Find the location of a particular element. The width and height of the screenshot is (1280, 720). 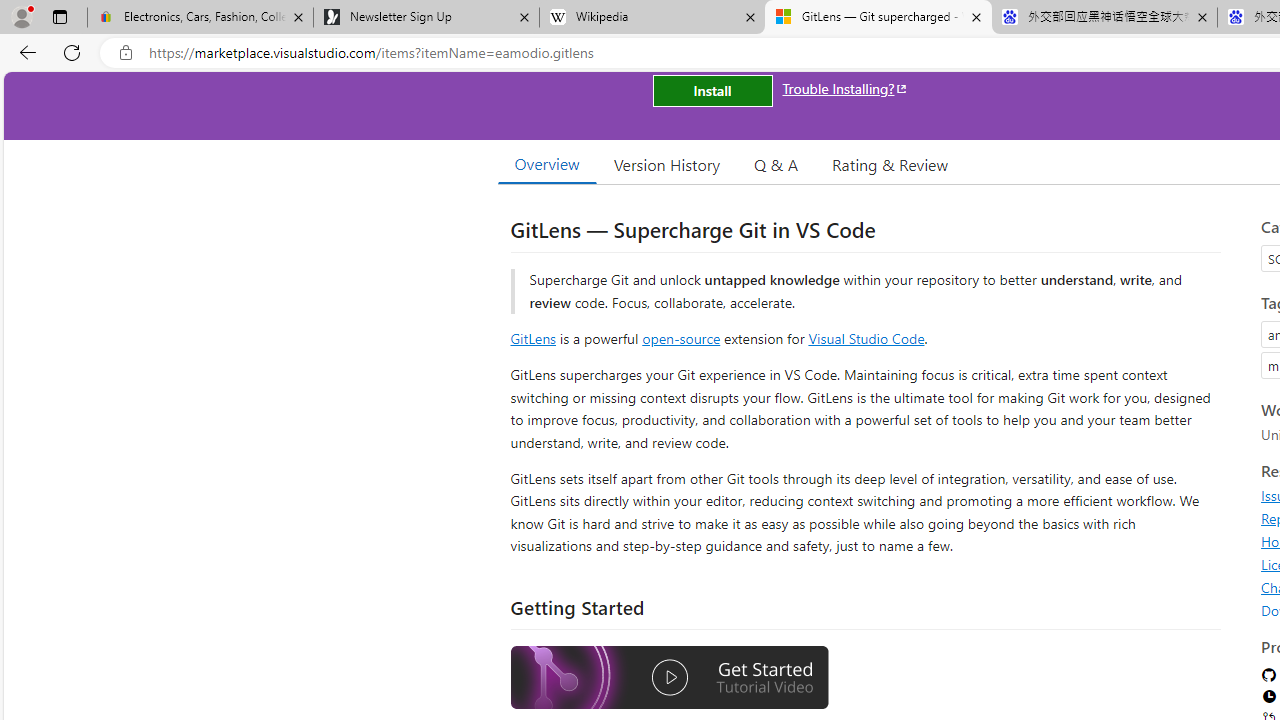

'open-source' is located at coordinates (681, 337).